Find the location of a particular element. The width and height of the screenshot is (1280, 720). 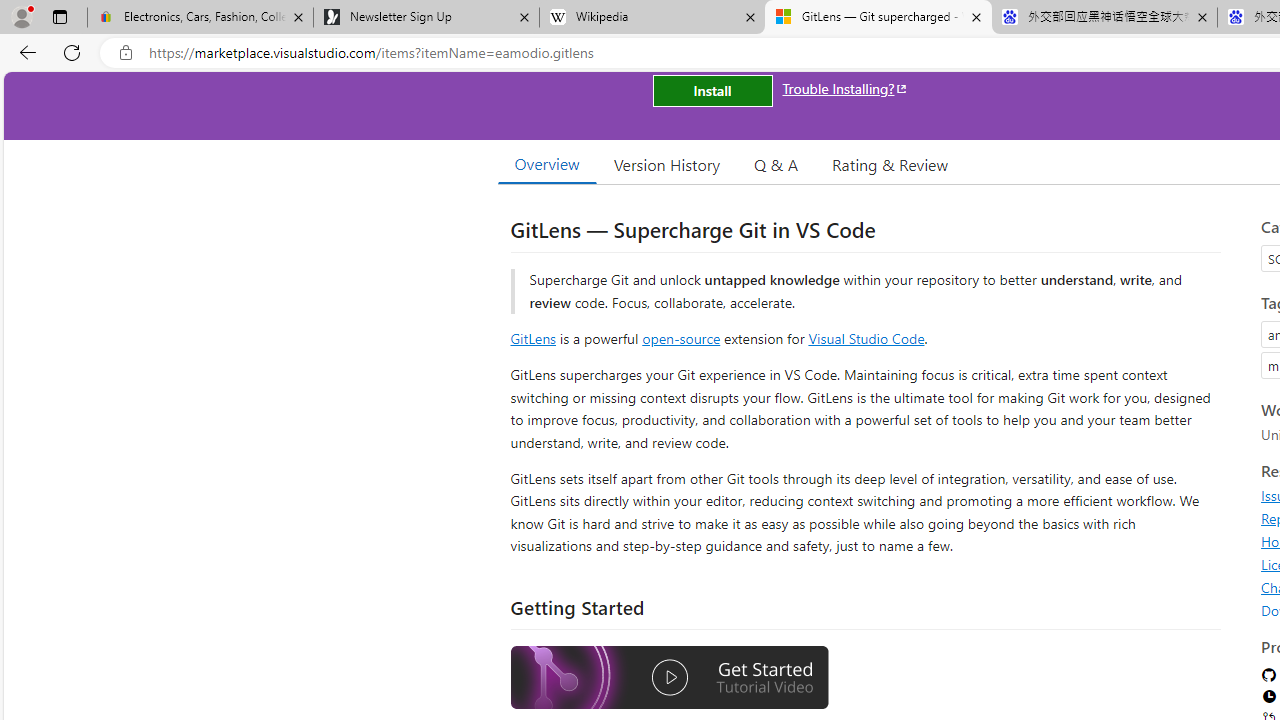

'open-source' is located at coordinates (681, 337).